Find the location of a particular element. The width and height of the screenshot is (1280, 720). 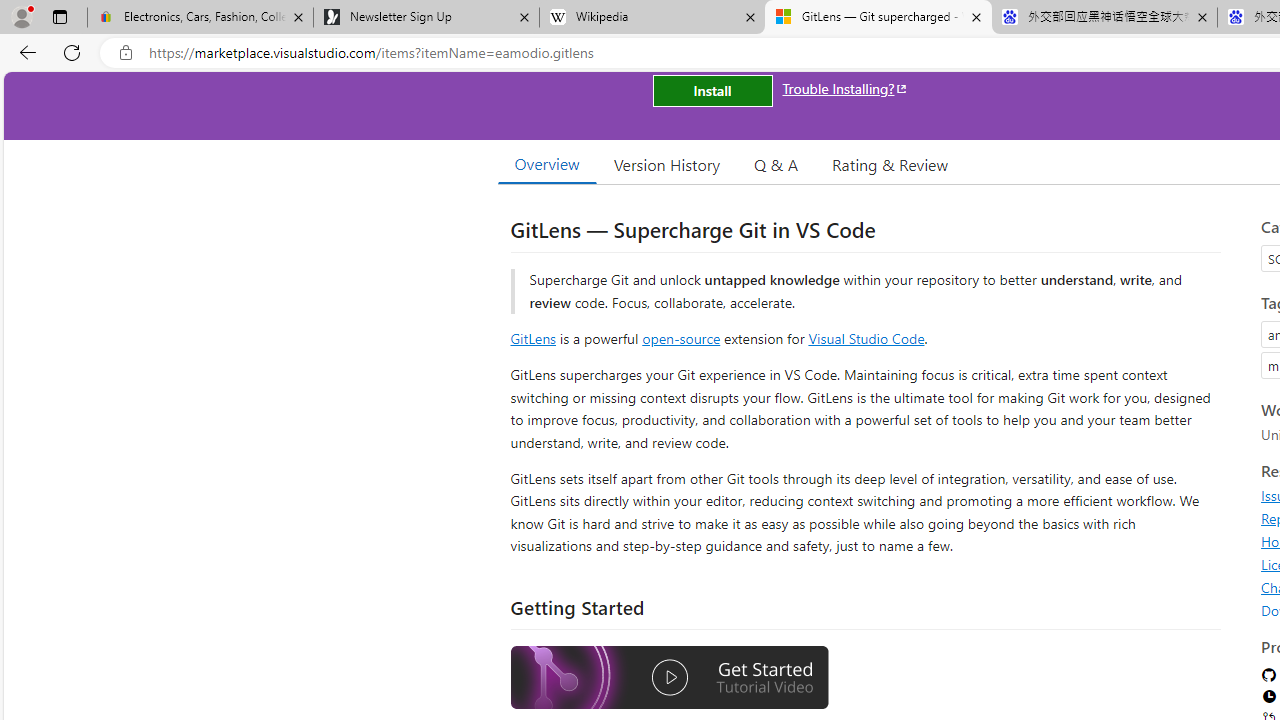

'open-source' is located at coordinates (681, 337).